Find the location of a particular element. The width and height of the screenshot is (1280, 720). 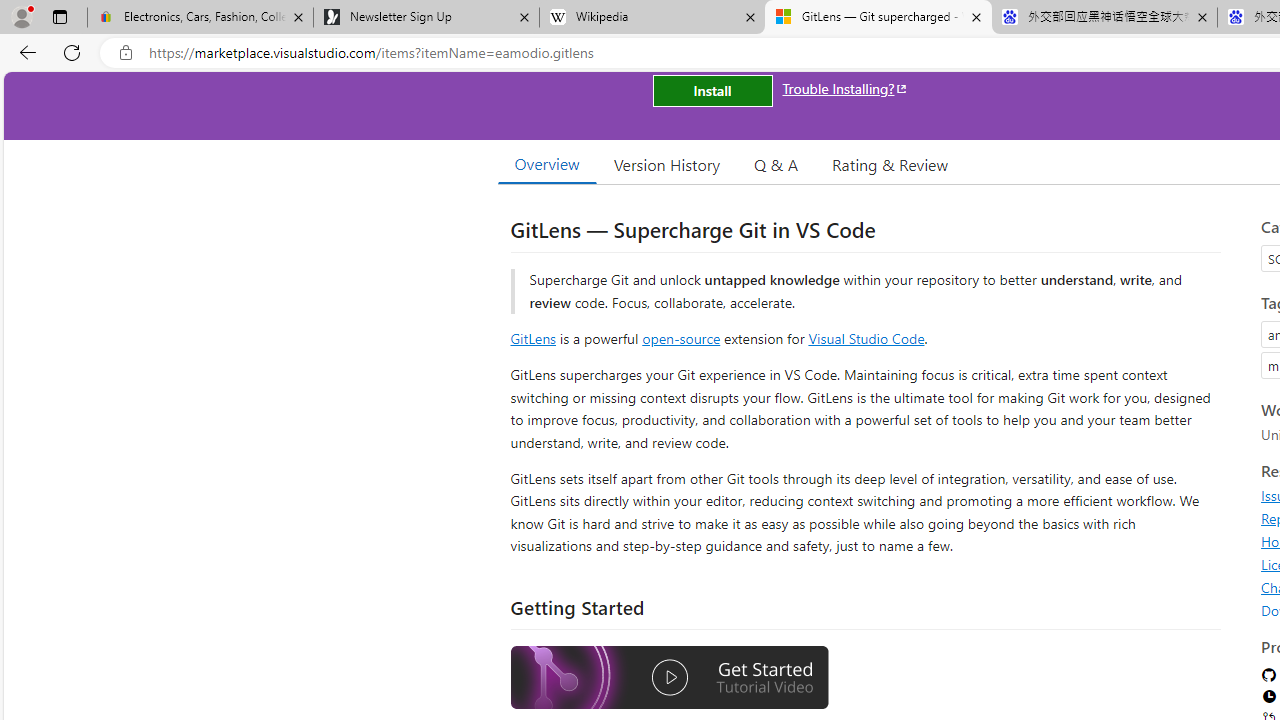

'open-source' is located at coordinates (681, 337).